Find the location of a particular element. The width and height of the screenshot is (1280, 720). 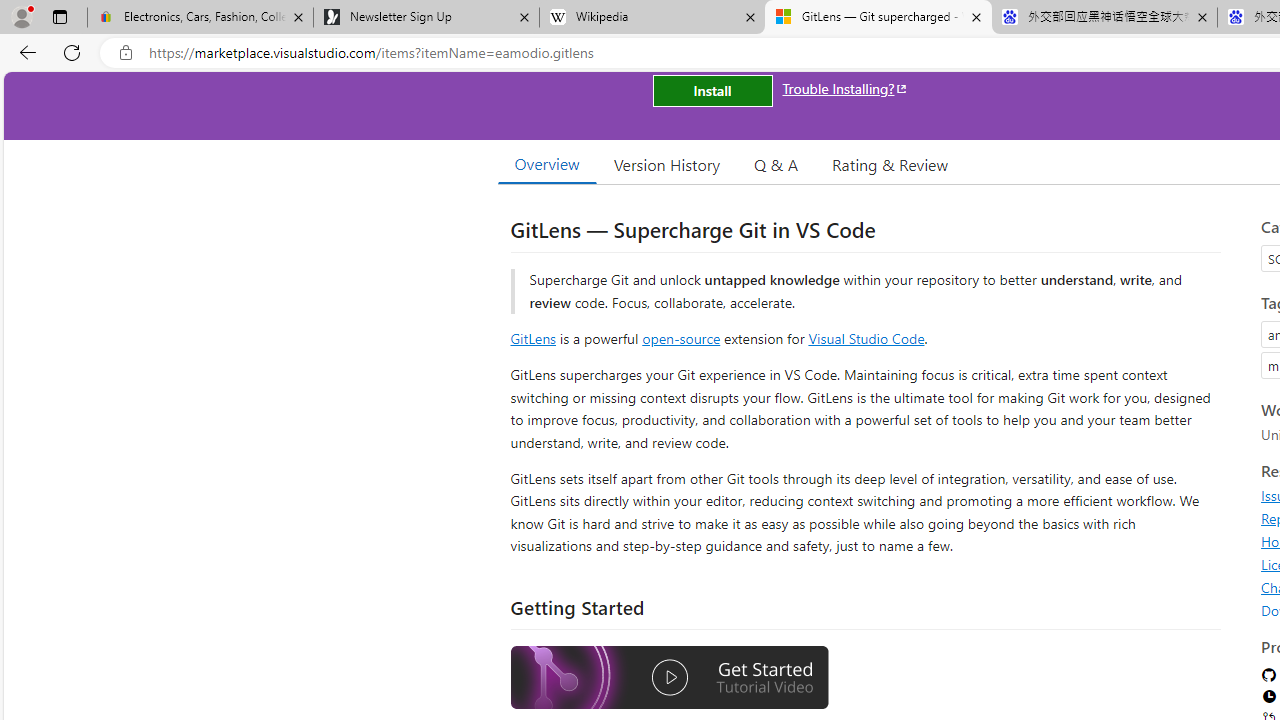

'open-source' is located at coordinates (681, 337).